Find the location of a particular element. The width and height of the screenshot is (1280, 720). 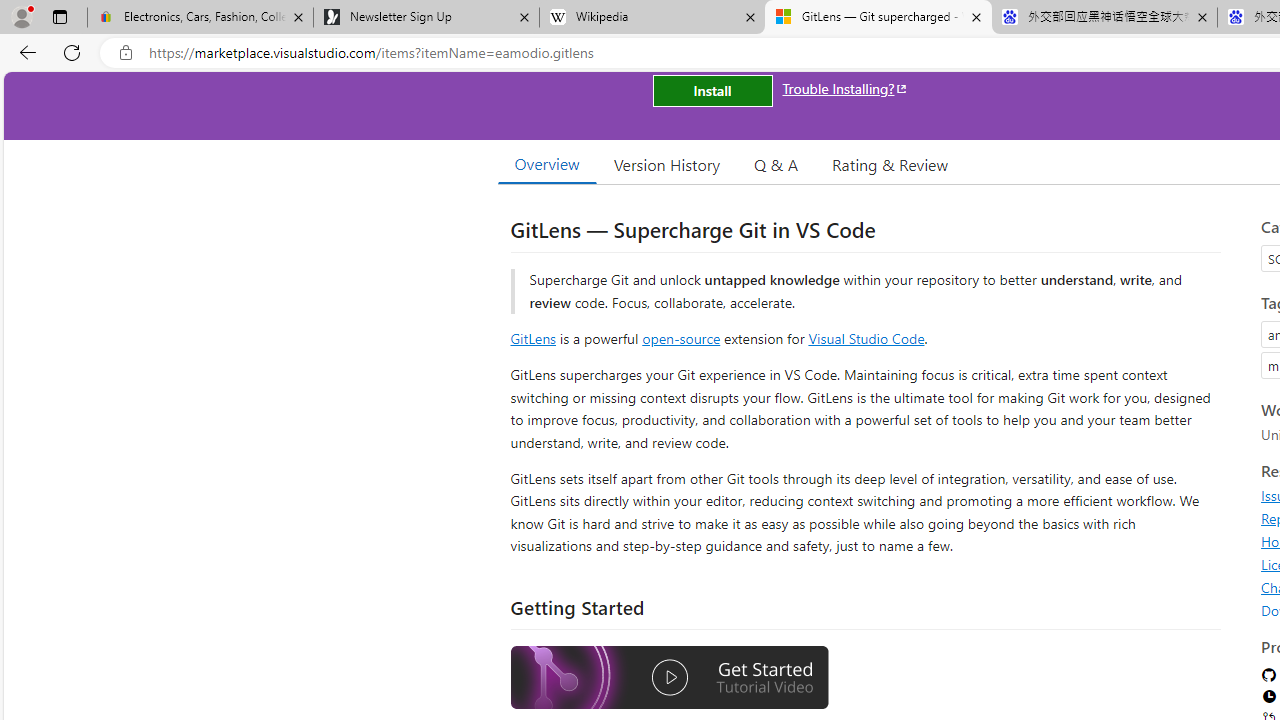

'open-source' is located at coordinates (681, 337).